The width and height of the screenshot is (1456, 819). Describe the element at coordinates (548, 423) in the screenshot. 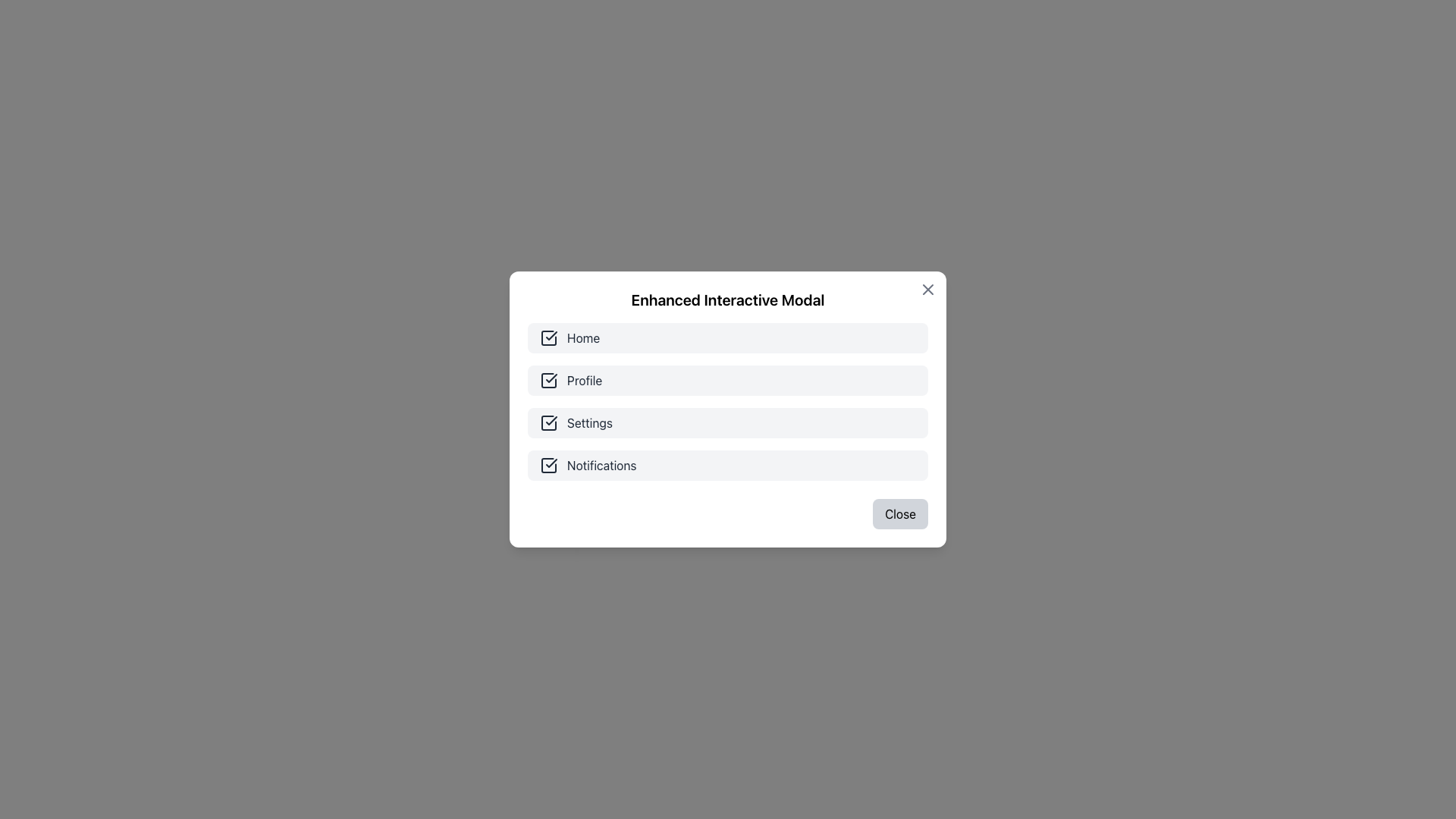

I see `the graphical checkbox icon` at that location.